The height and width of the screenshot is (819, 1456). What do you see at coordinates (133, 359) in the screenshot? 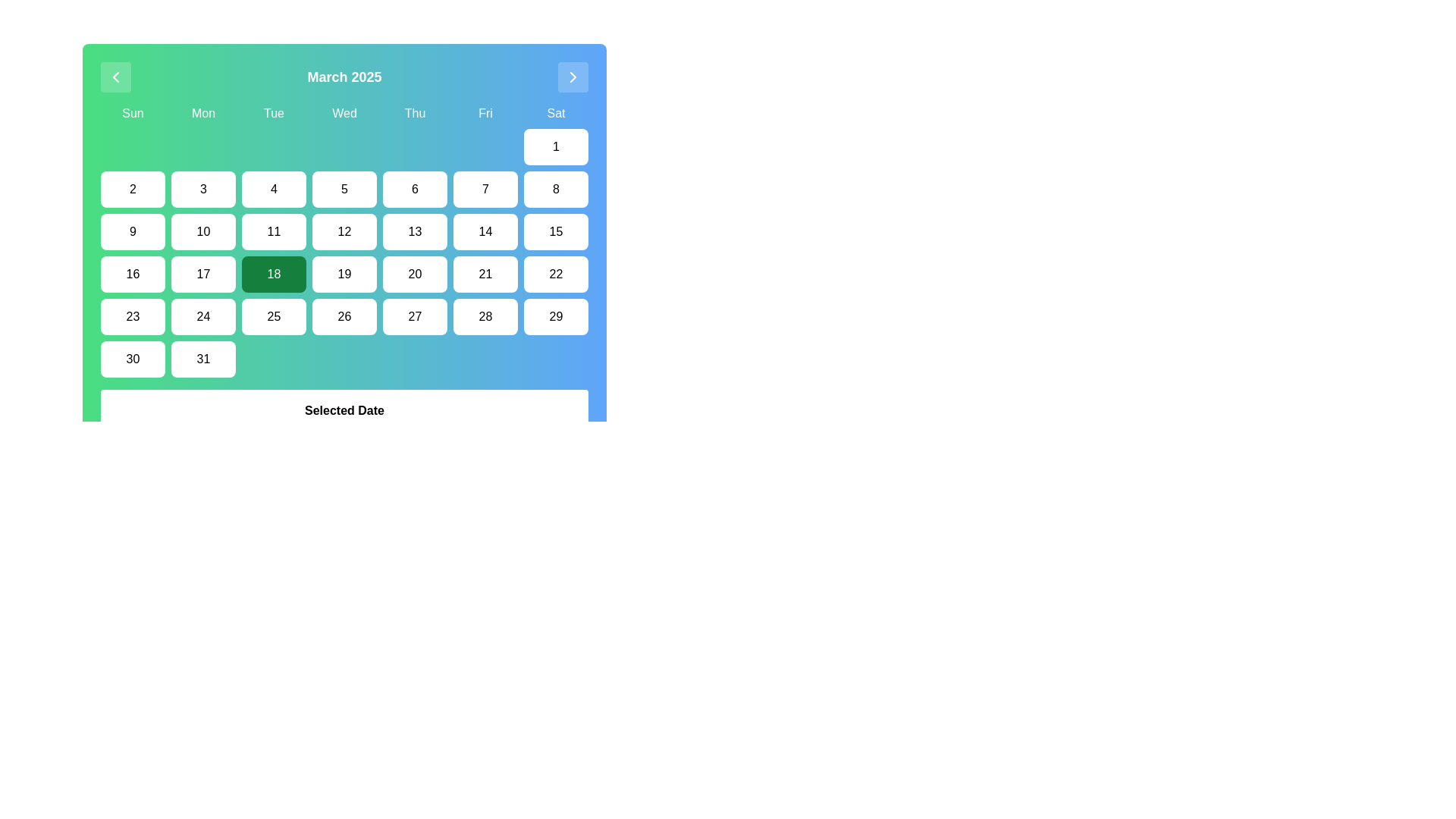
I see `the button representing the 30th day of the current calendar month in the bottom-left corner of the date grid` at bounding box center [133, 359].